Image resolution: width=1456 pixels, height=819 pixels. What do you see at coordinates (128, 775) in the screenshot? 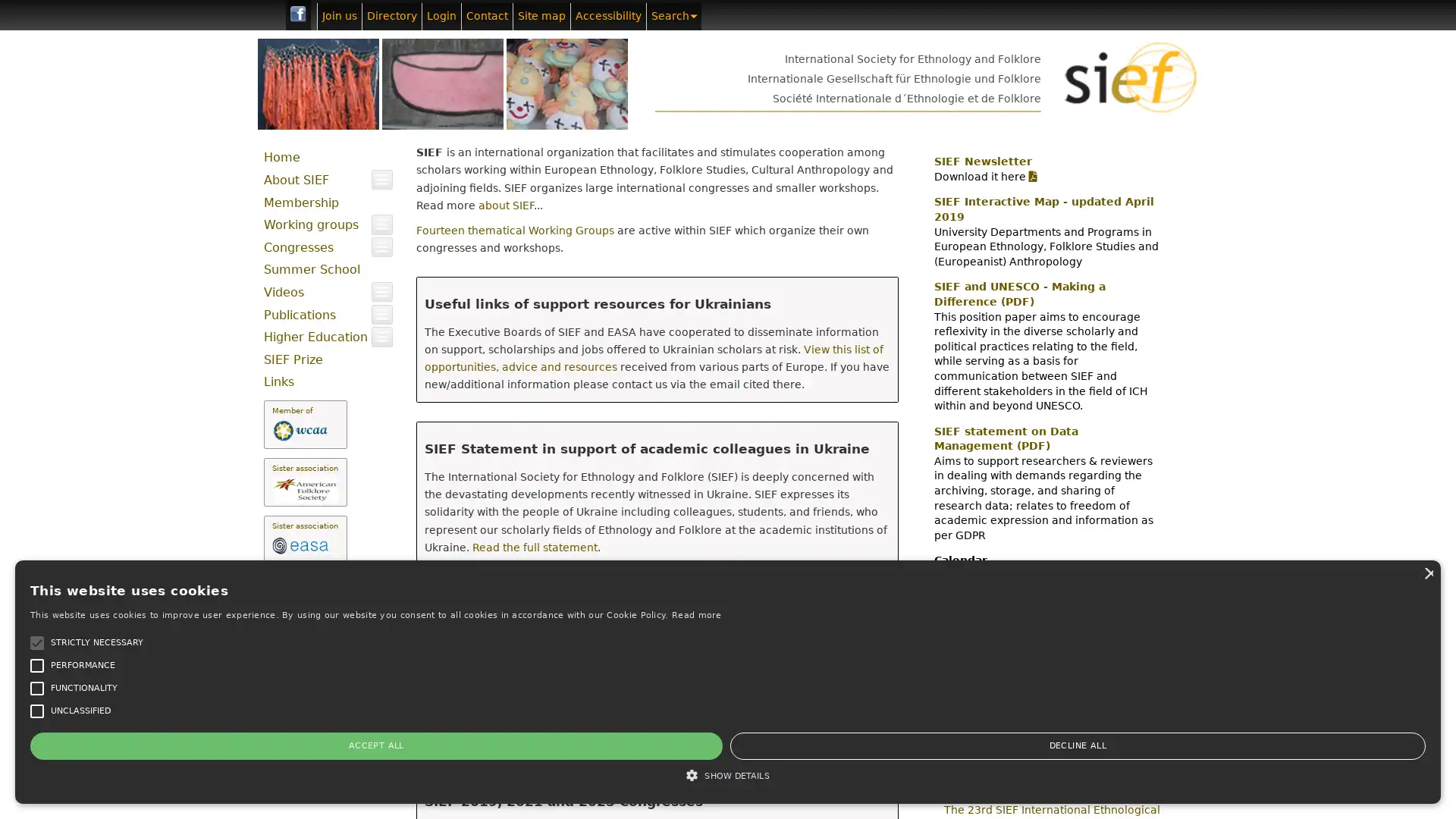
I see `SHOW DETAILS` at bounding box center [128, 775].